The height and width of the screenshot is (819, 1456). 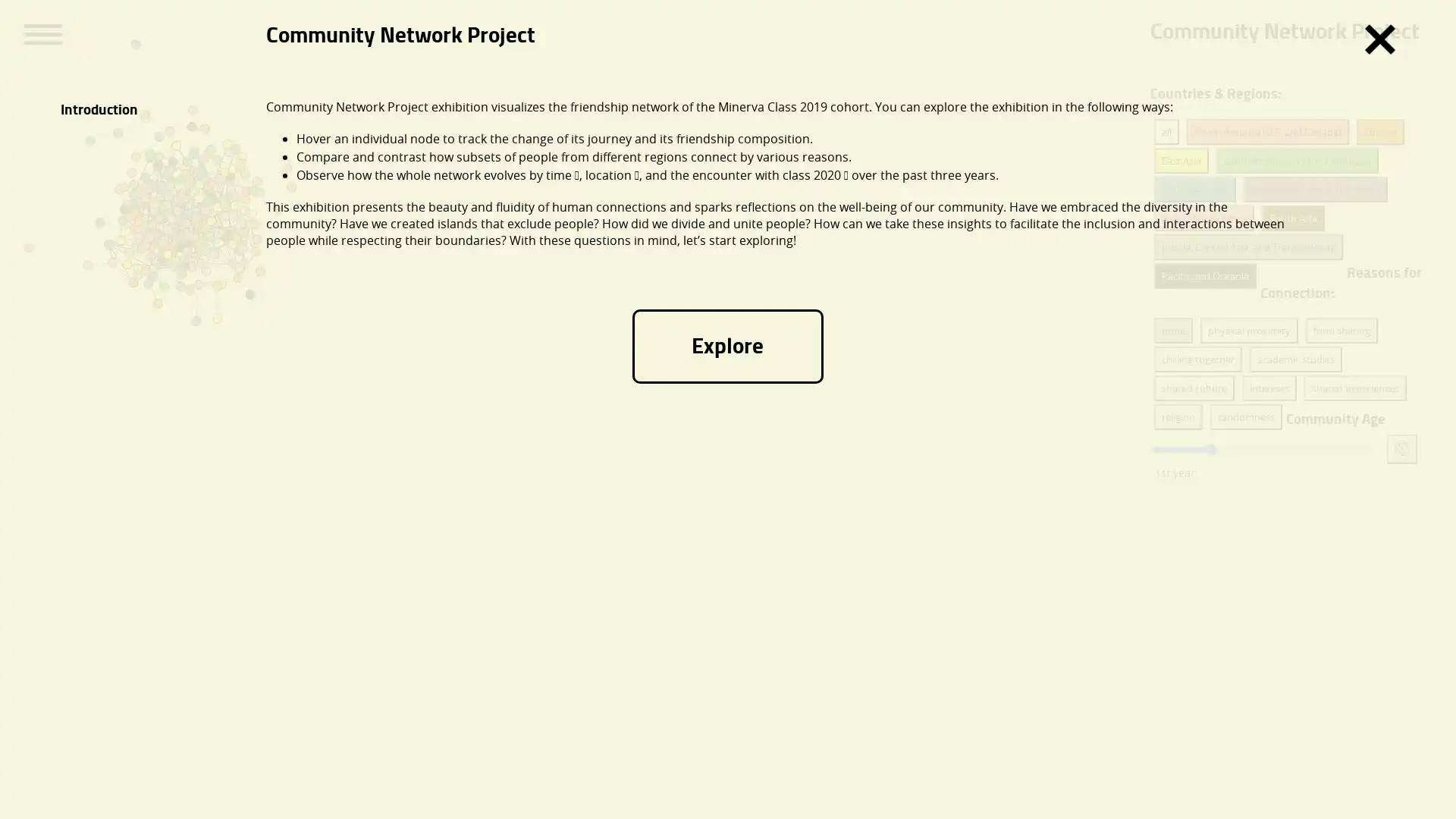 What do you see at coordinates (1246, 417) in the screenshot?
I see `randomness` at bounding box center [1246, 417].